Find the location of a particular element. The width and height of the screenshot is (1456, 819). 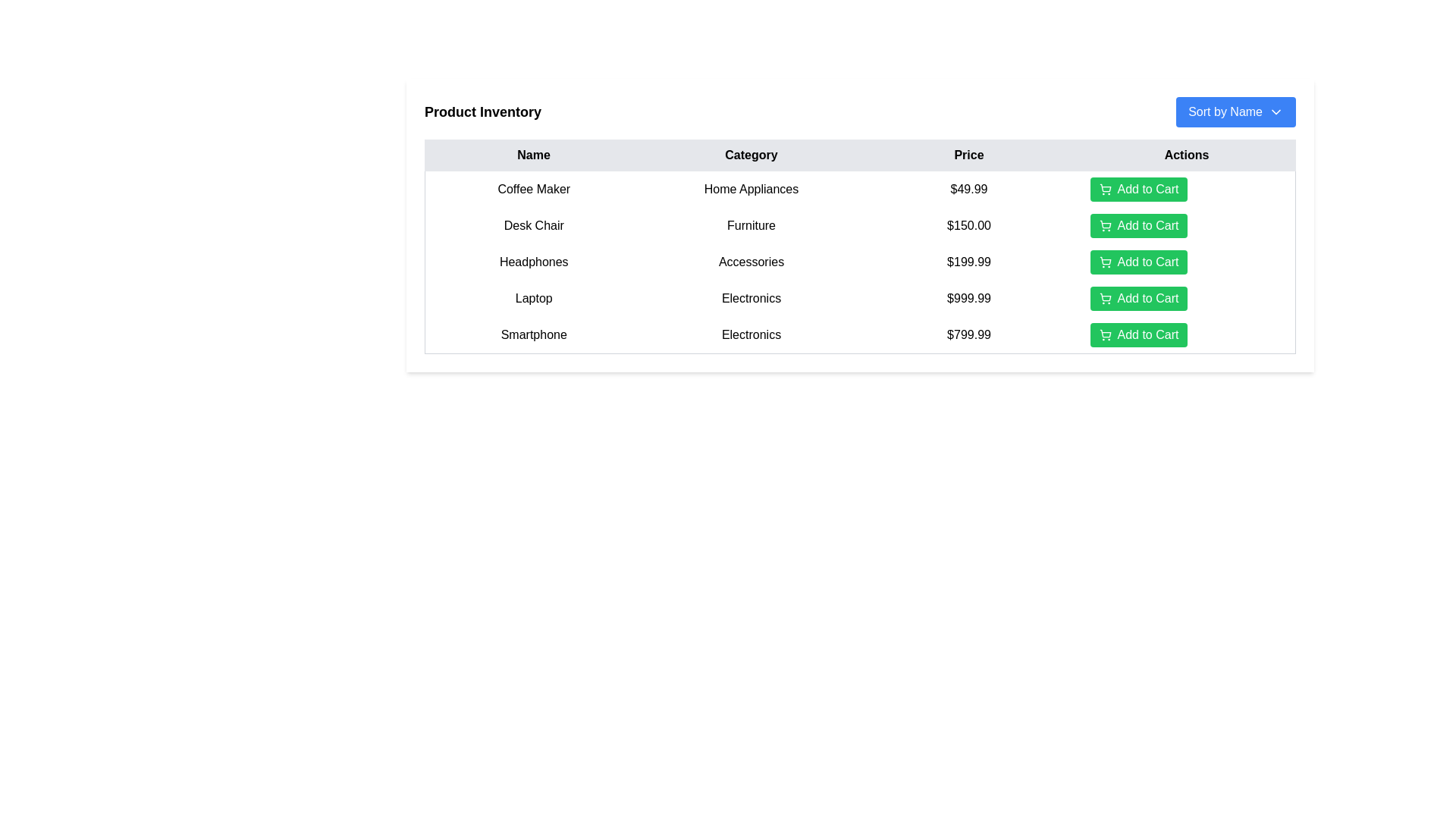

the shopping cart icon located within the green 'Add to Cart' button in the fourth row of the 'Product Inventory' table for the 'Laptop' product is located at coordinates (1105, 298).